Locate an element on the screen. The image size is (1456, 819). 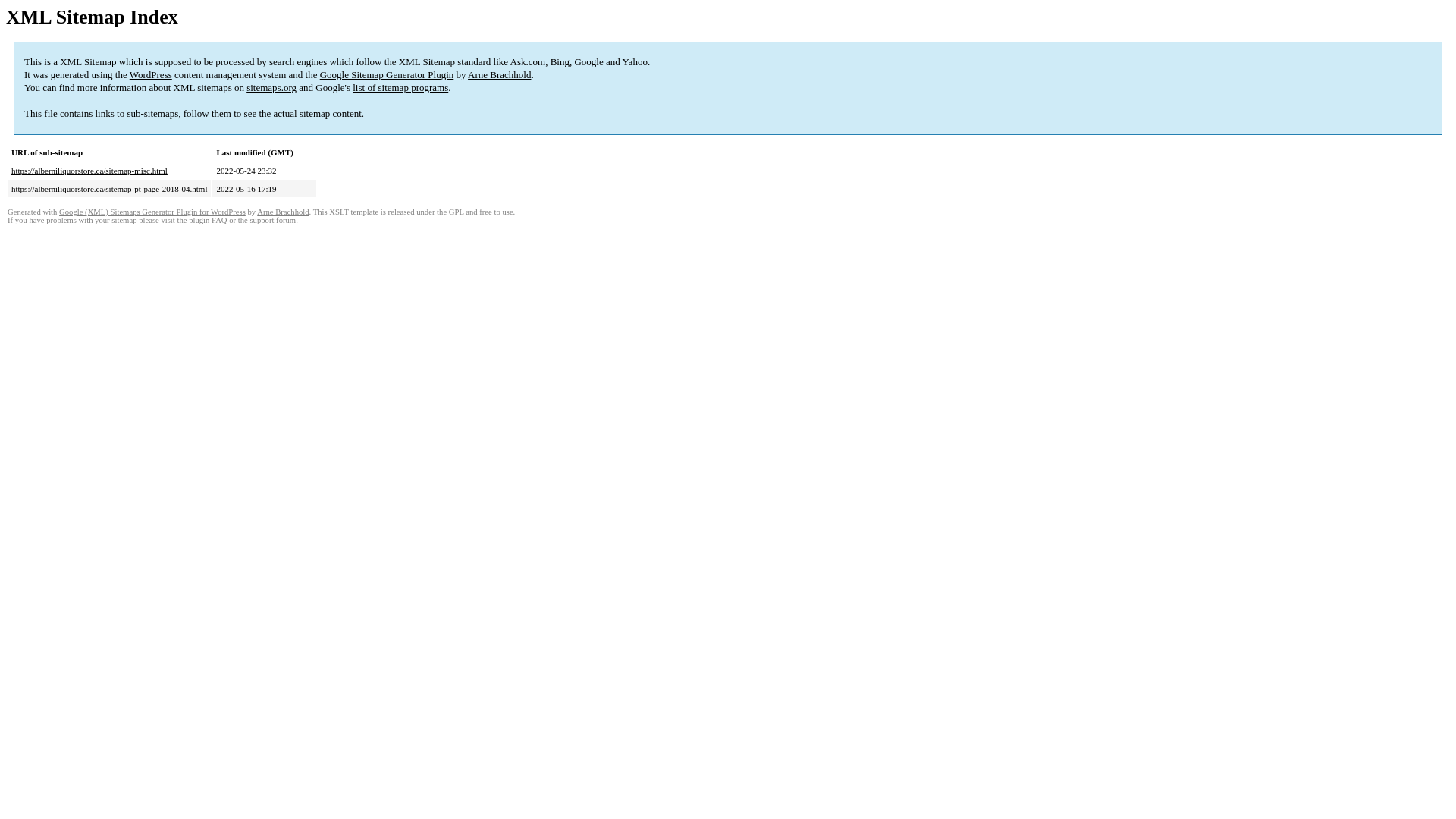
'plugin FAQ' is located at coordinates (206, 220).